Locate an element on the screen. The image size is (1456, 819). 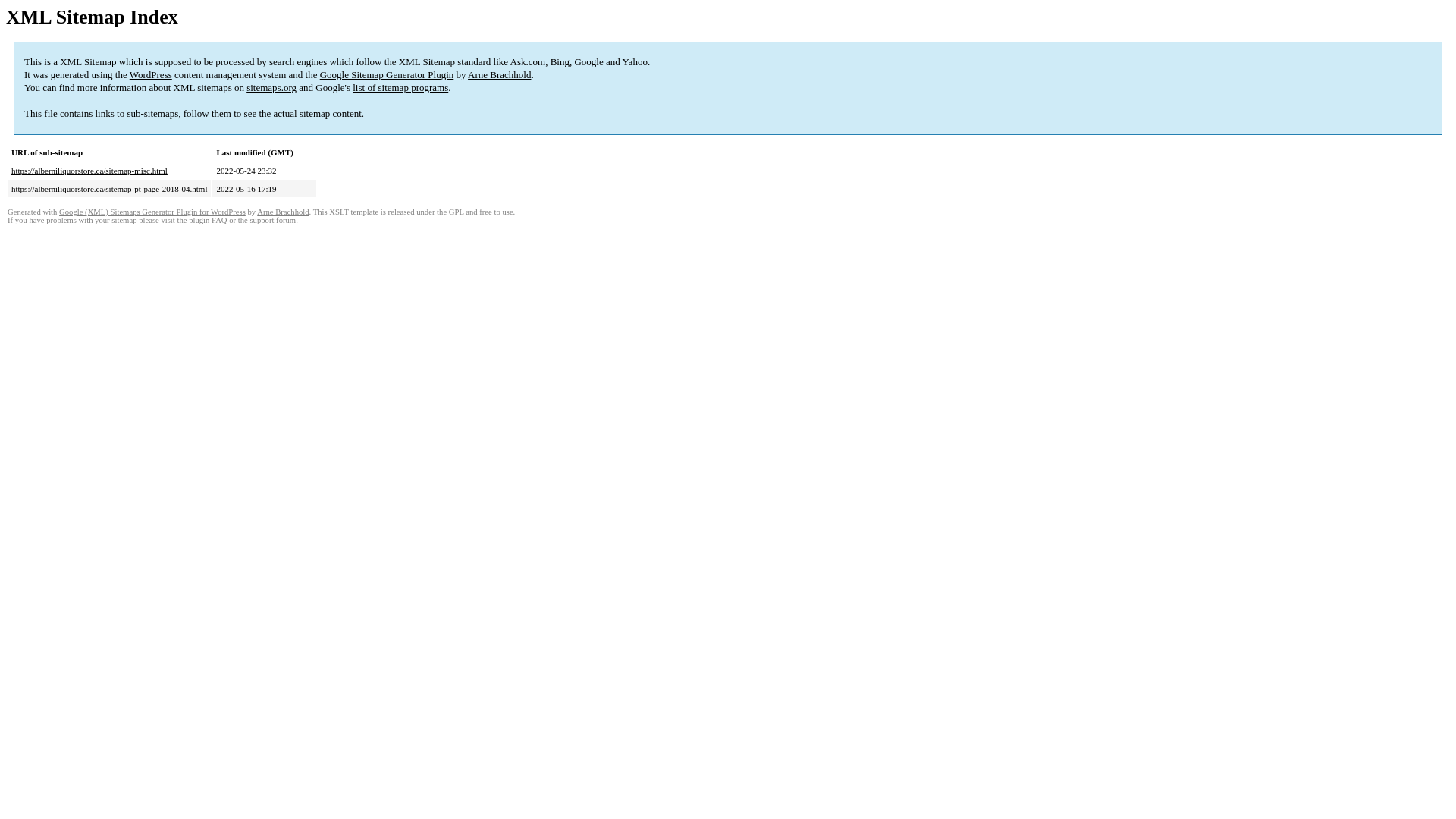
'plugin FAQ' is located at coordinates (206, 220).